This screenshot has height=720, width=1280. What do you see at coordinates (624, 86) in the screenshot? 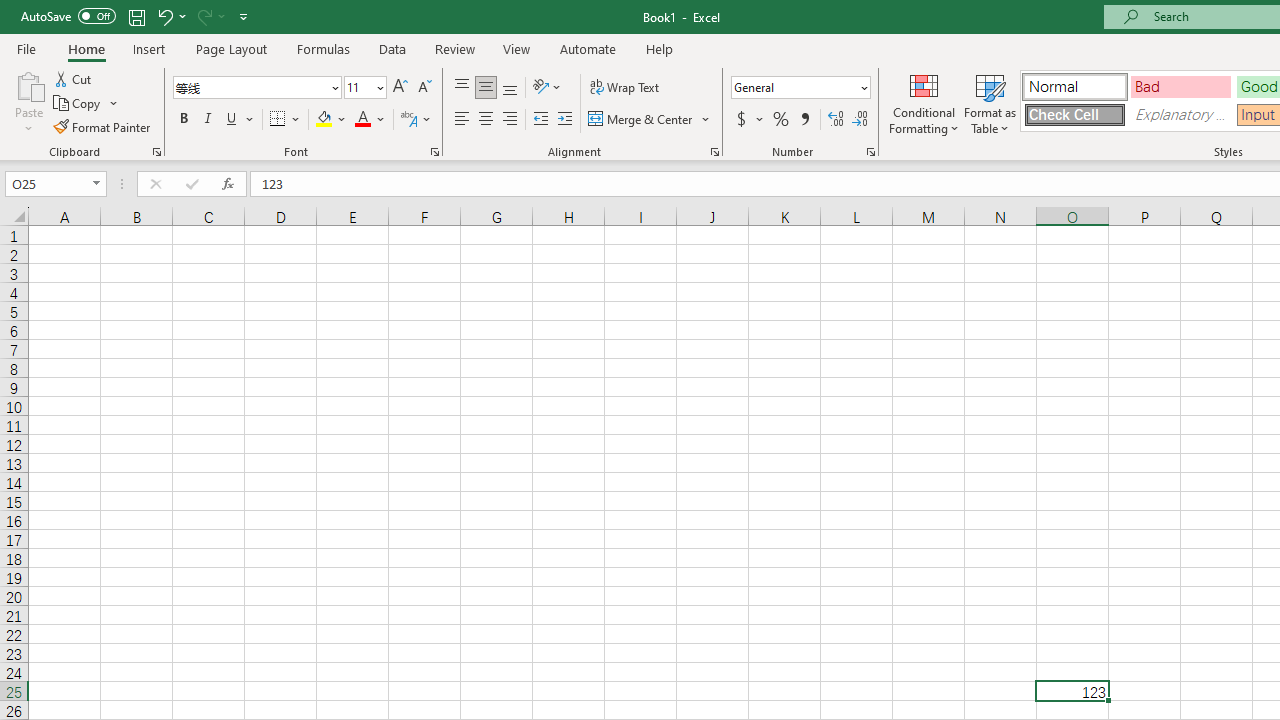
I see `'Wrap Text'` at bounding box center [624, 86].